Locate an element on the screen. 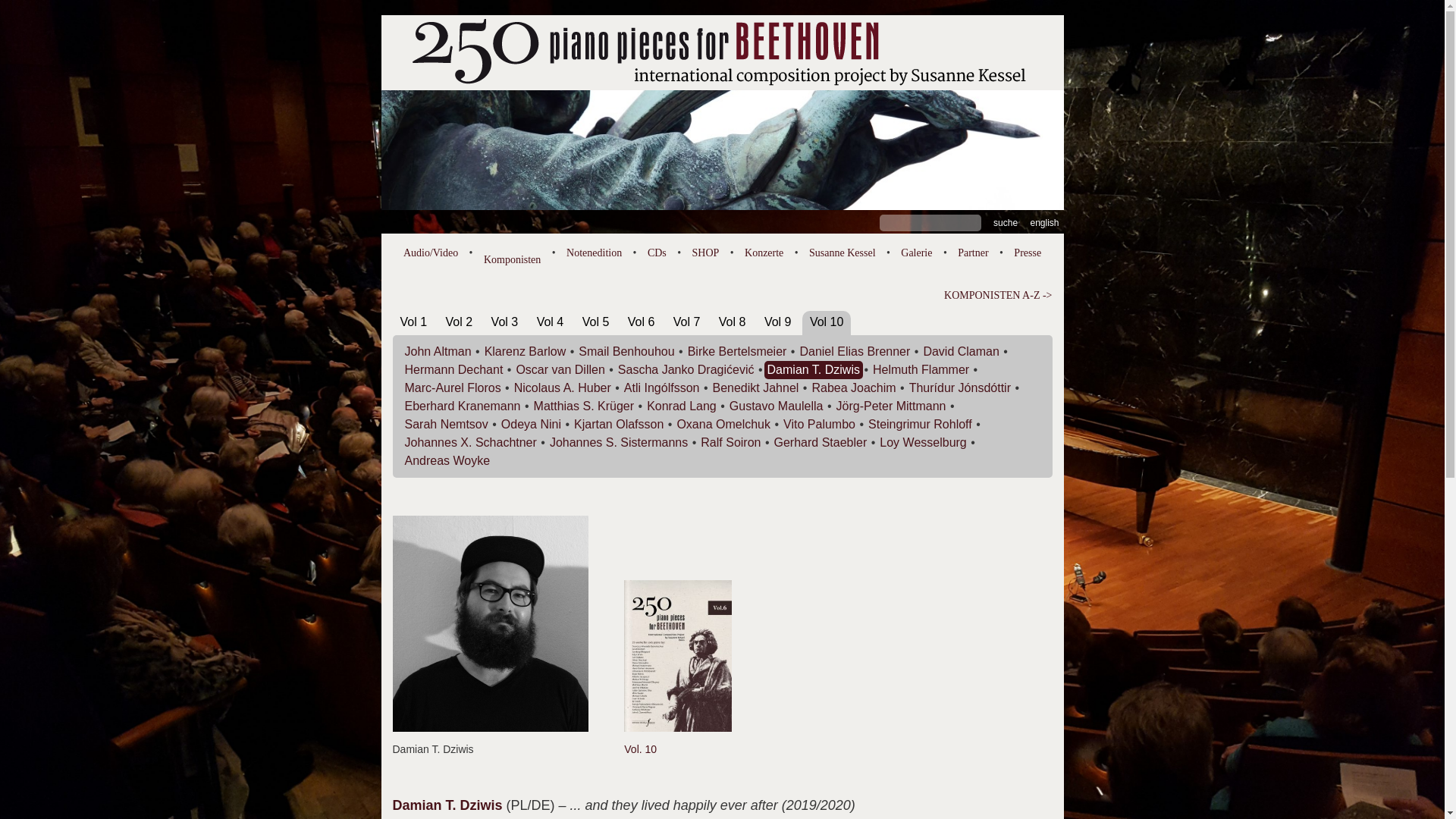 The width and height of the screenshot is (1456, 819). 'Vito Palumbo' is located at coordinates (818, 424).